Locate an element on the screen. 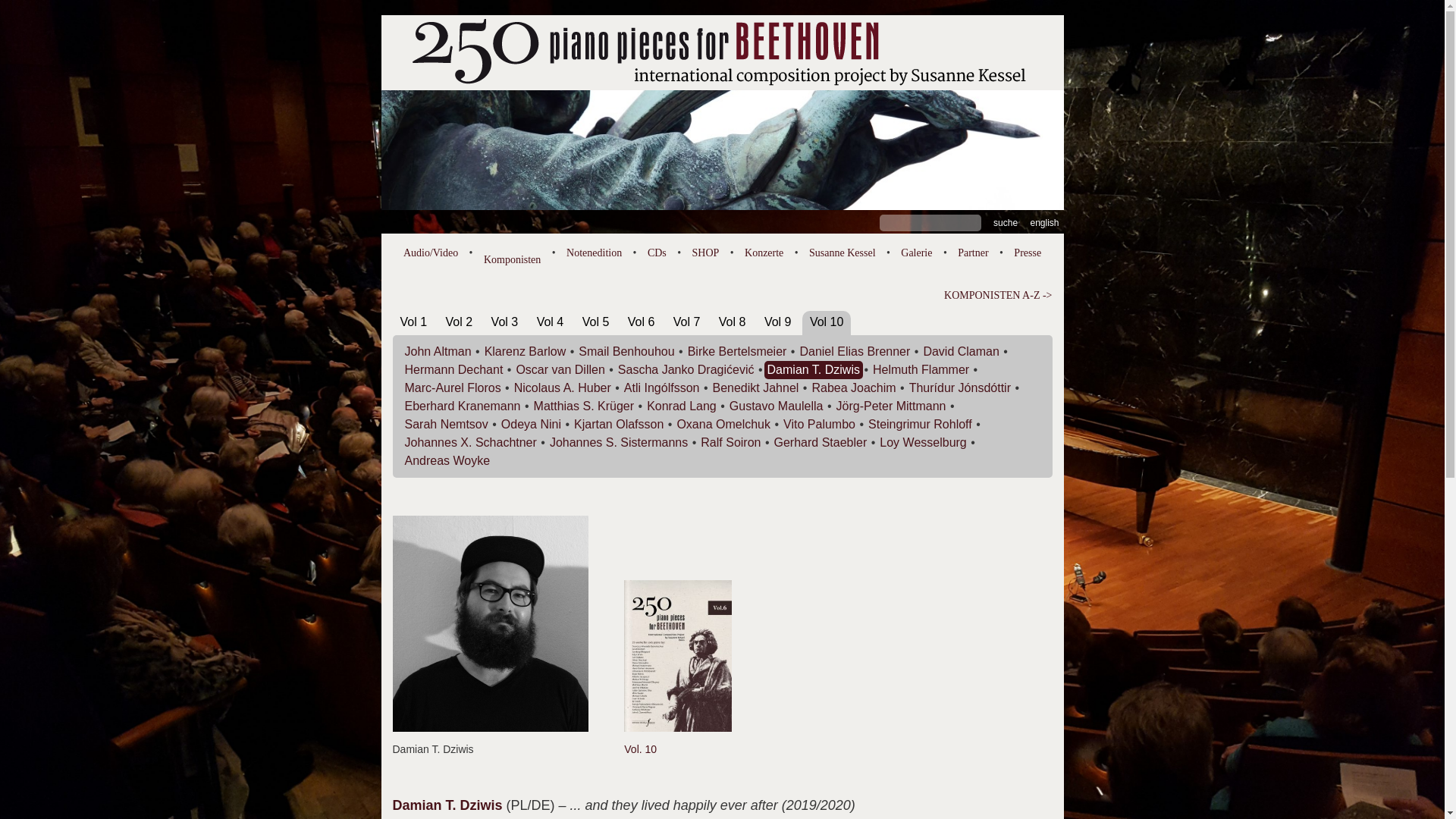 The width and height of the screenshot is (1456, 819). 'Vito Palumbo' is located at coordinates (818, 424).